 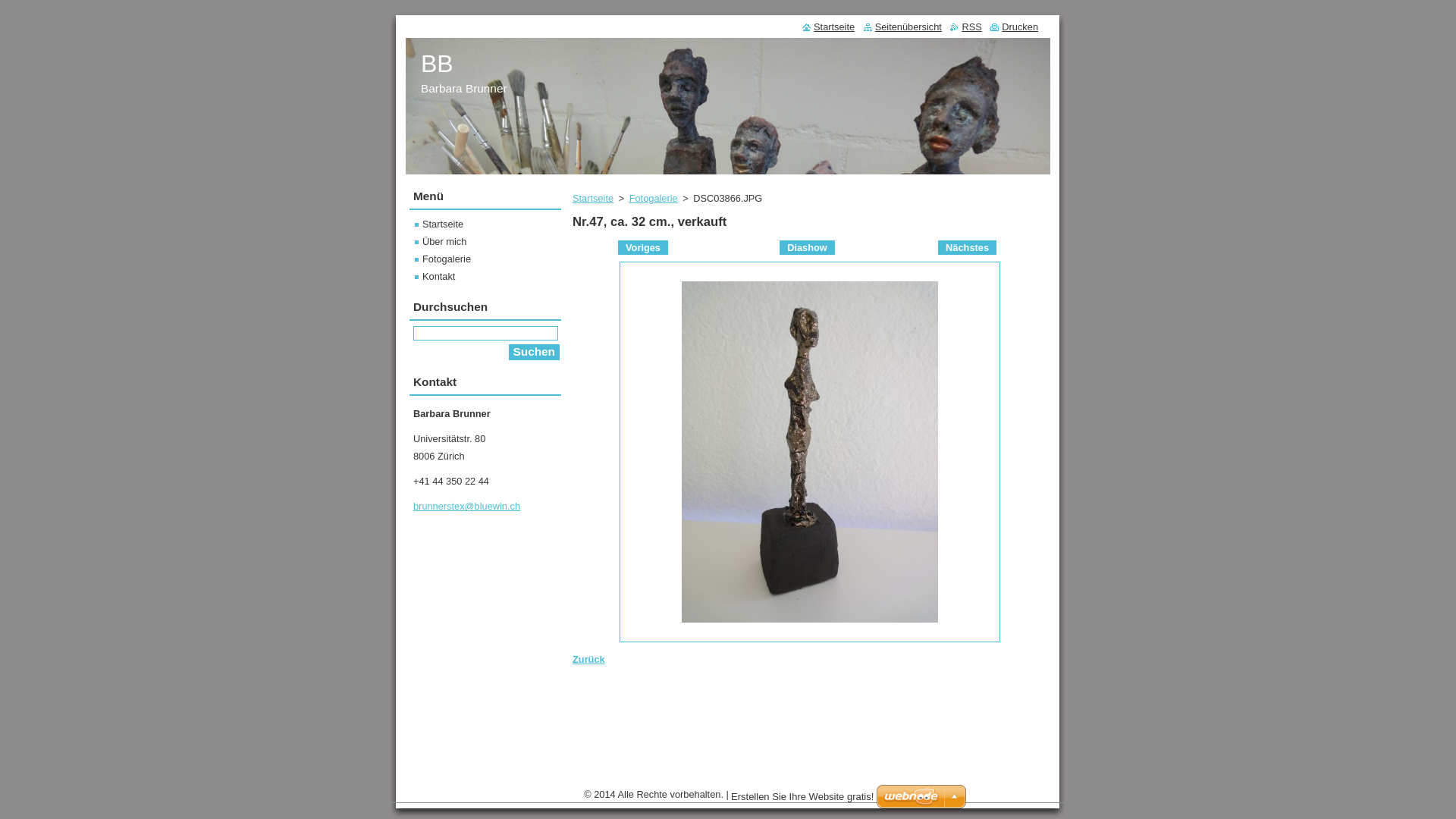 I want to click on 'BB', so click(x=436, y=63).